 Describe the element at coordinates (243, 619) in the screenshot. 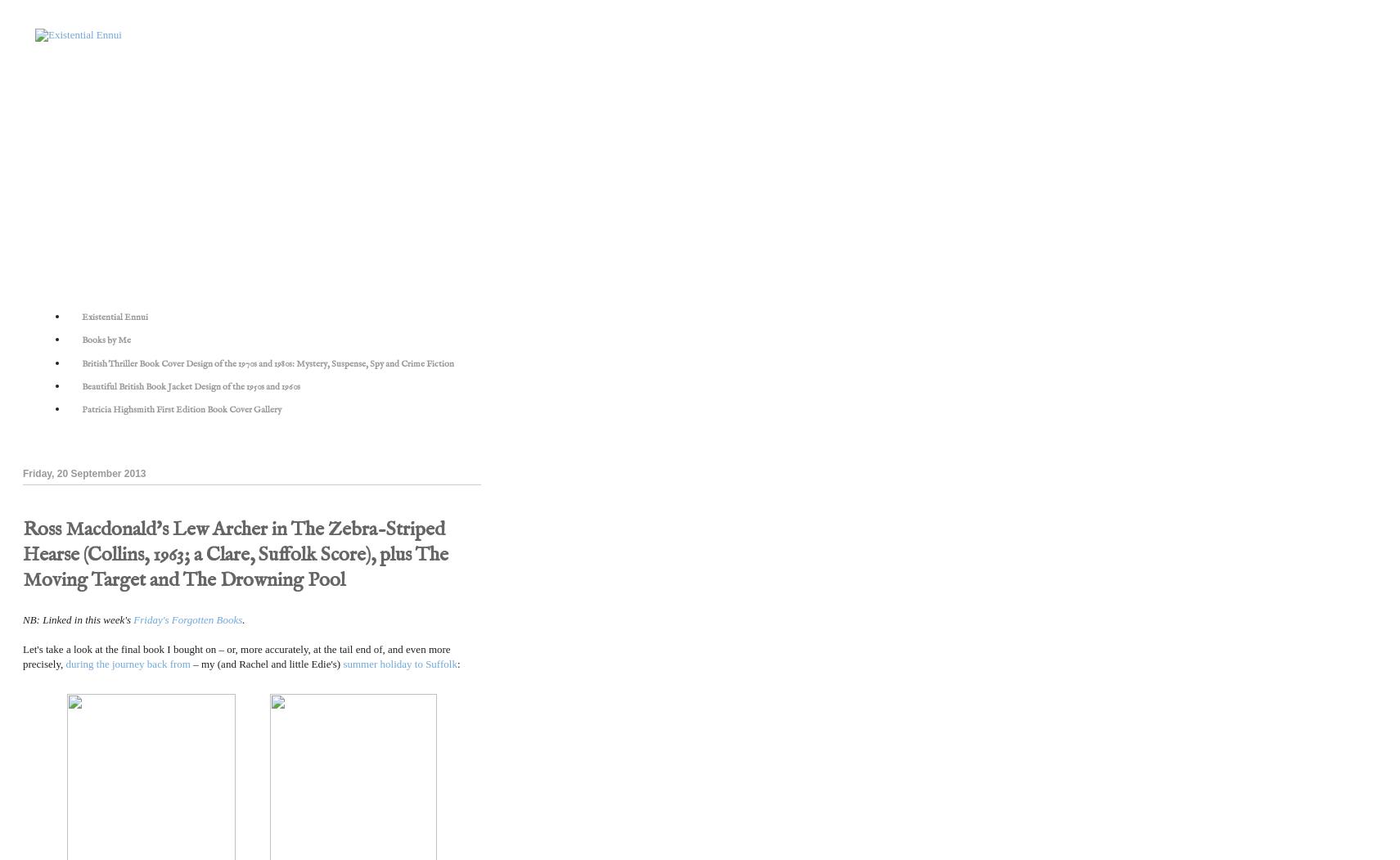

I see `'.'` at that location.